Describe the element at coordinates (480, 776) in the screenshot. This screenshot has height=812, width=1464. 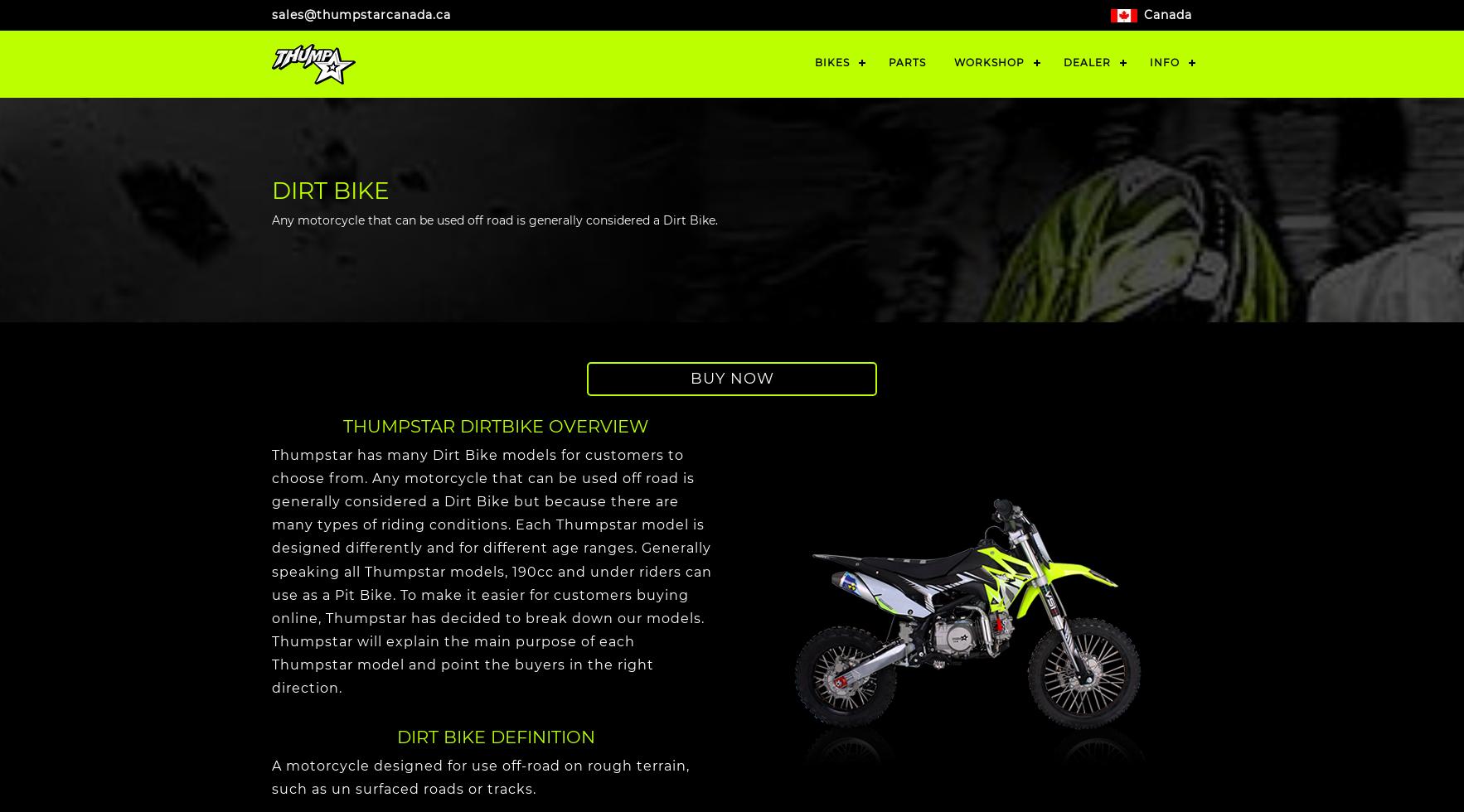
I see `'A motorcycle designed for use off-road on rough terrain, such as un surfaced roads or tracks.'` at that location.